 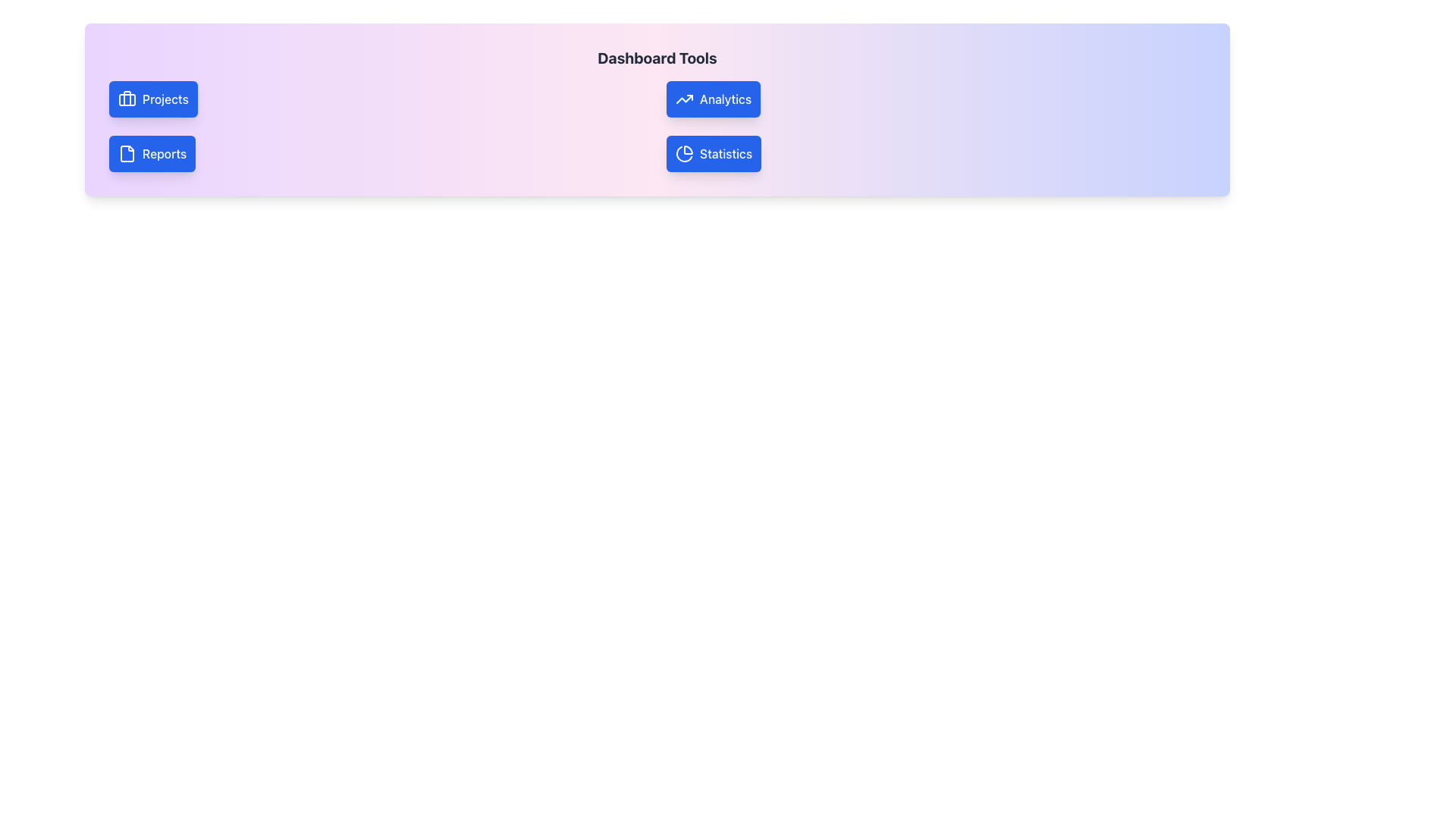 I want to click on the rectangular icon representing a file associated with the 'Reports' button, so click(x=127, y=154).